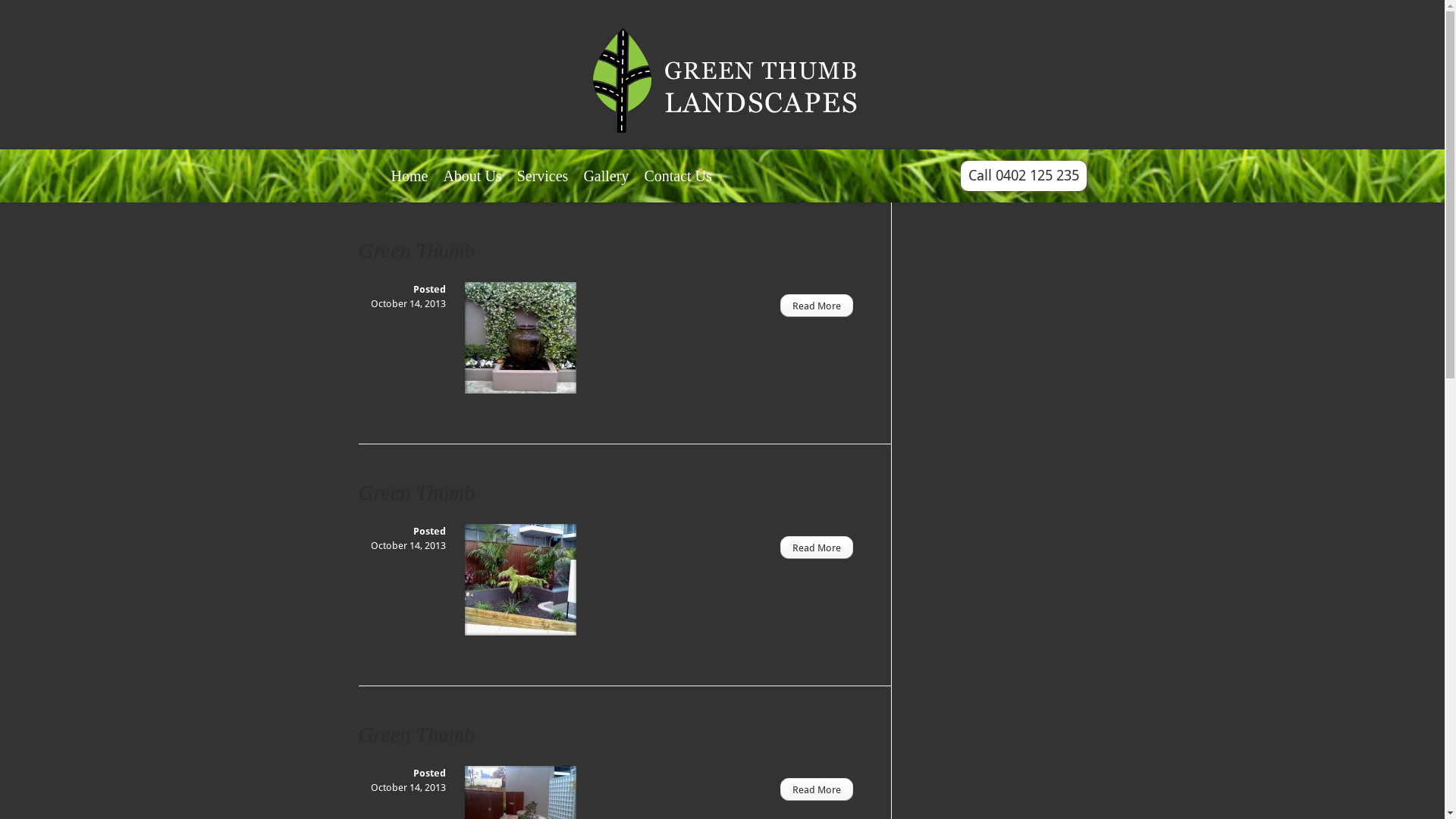 Image resolution: width=1456 pixels, height=819 pixels. I want to click on 'Home', so click(409, 184).